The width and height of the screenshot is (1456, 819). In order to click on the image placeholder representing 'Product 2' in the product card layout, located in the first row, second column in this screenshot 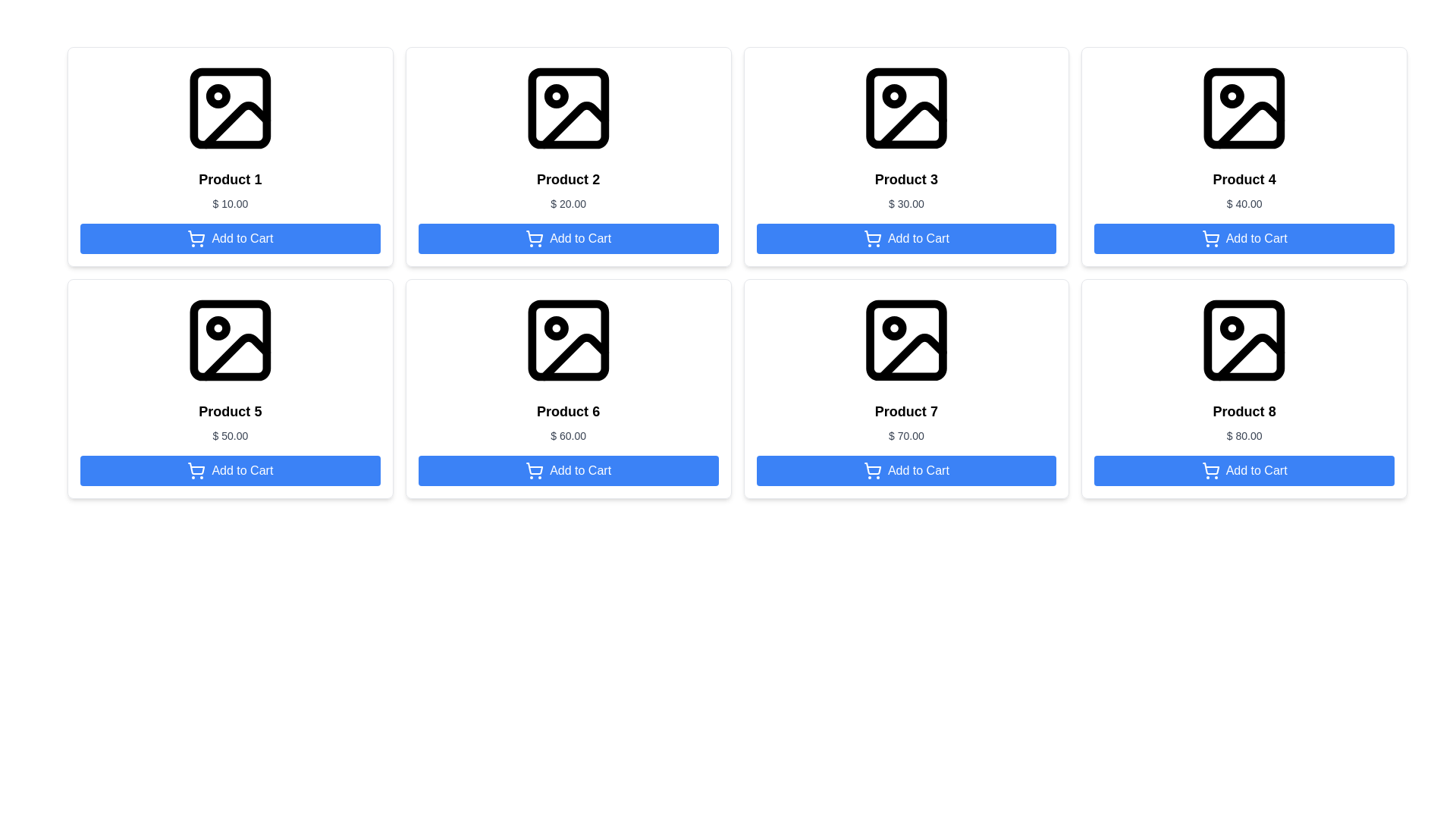, I will do `click(567, 107)`.